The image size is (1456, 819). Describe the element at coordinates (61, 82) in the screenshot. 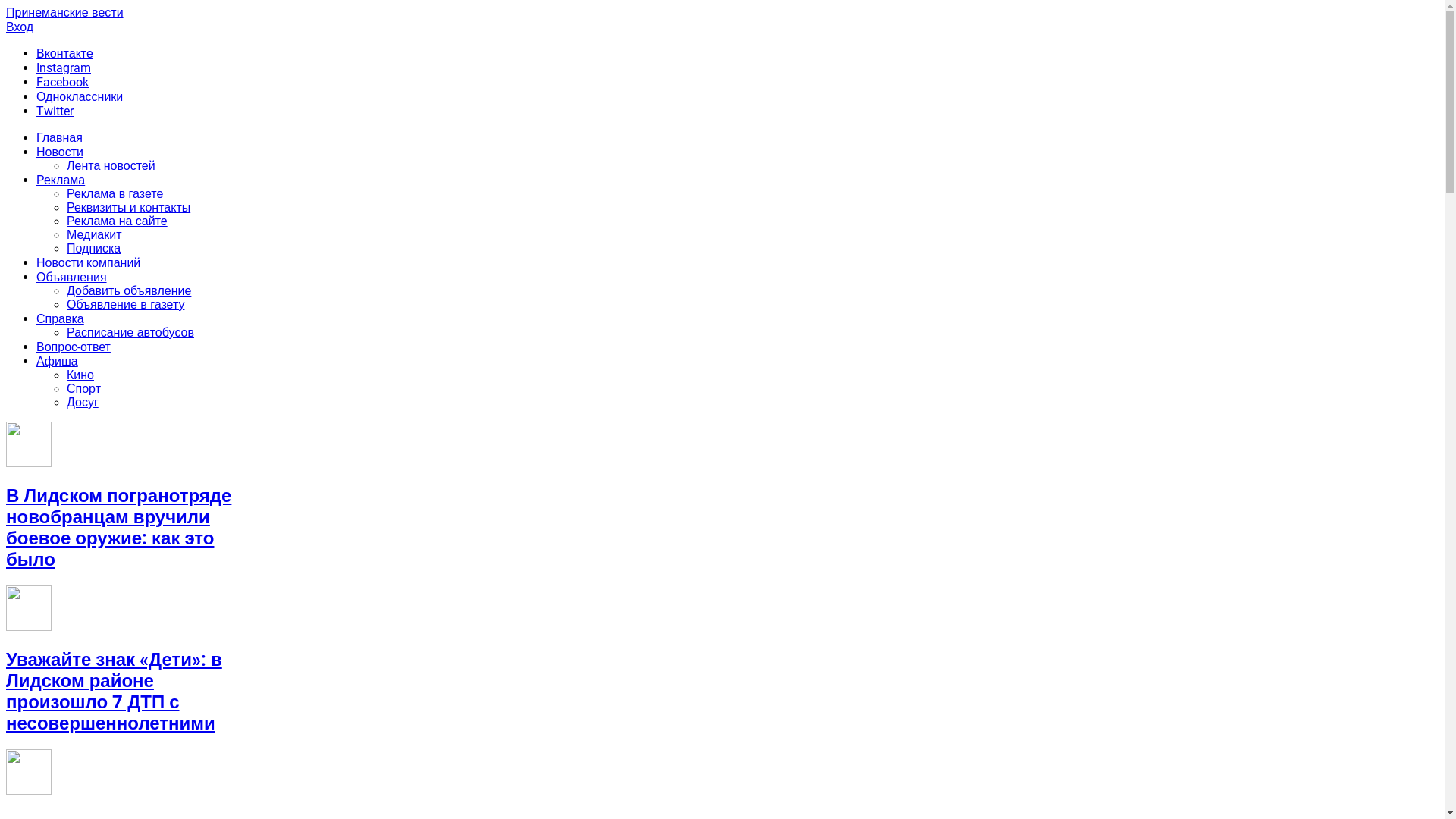

I see `'Facebook'` at that location.